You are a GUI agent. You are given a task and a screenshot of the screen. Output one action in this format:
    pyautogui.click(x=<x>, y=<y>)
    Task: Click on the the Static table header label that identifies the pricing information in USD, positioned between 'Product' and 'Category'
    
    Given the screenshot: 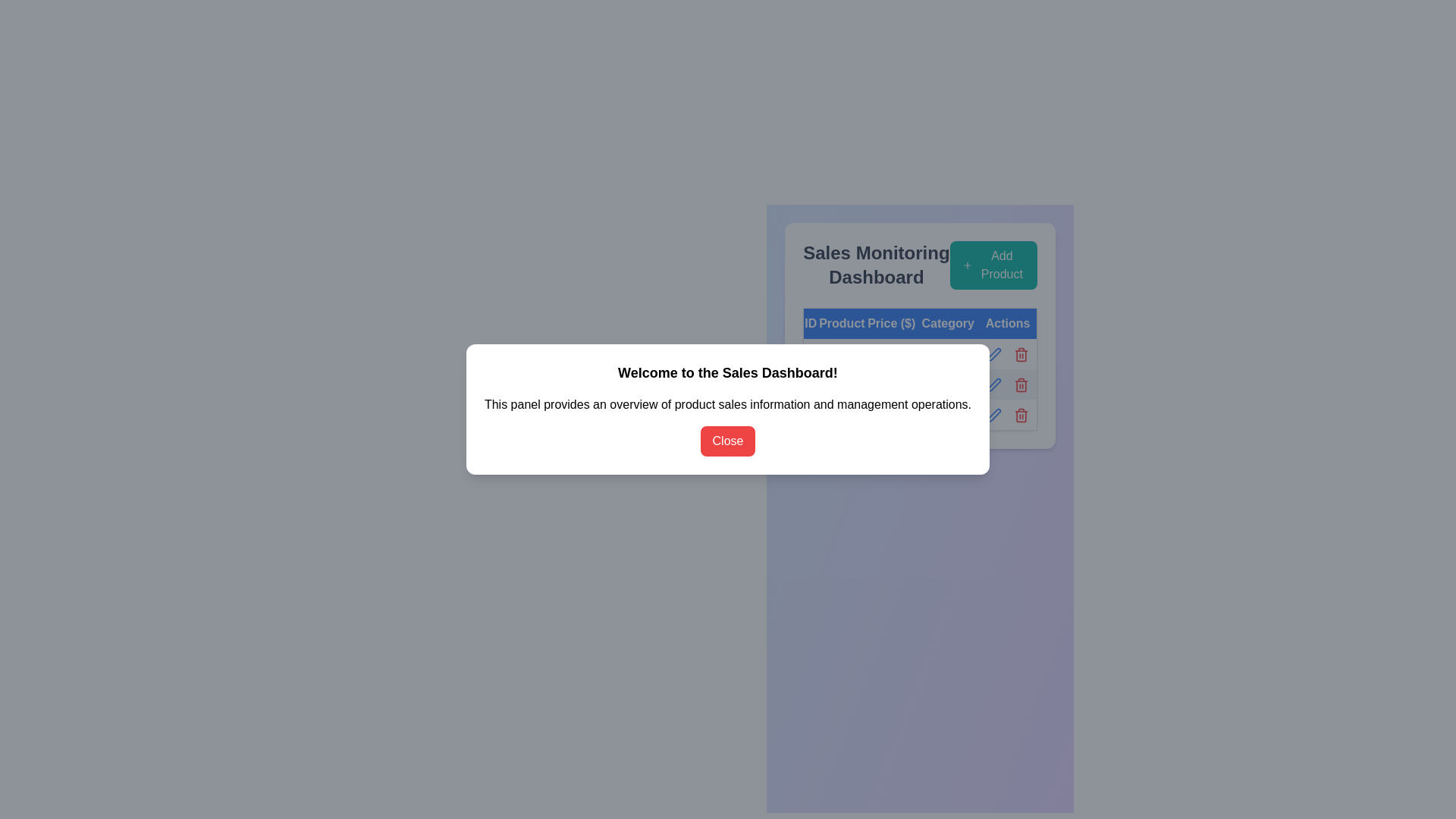 What is the action you would take?
    pyautogui.click(x=891, y=322)
    